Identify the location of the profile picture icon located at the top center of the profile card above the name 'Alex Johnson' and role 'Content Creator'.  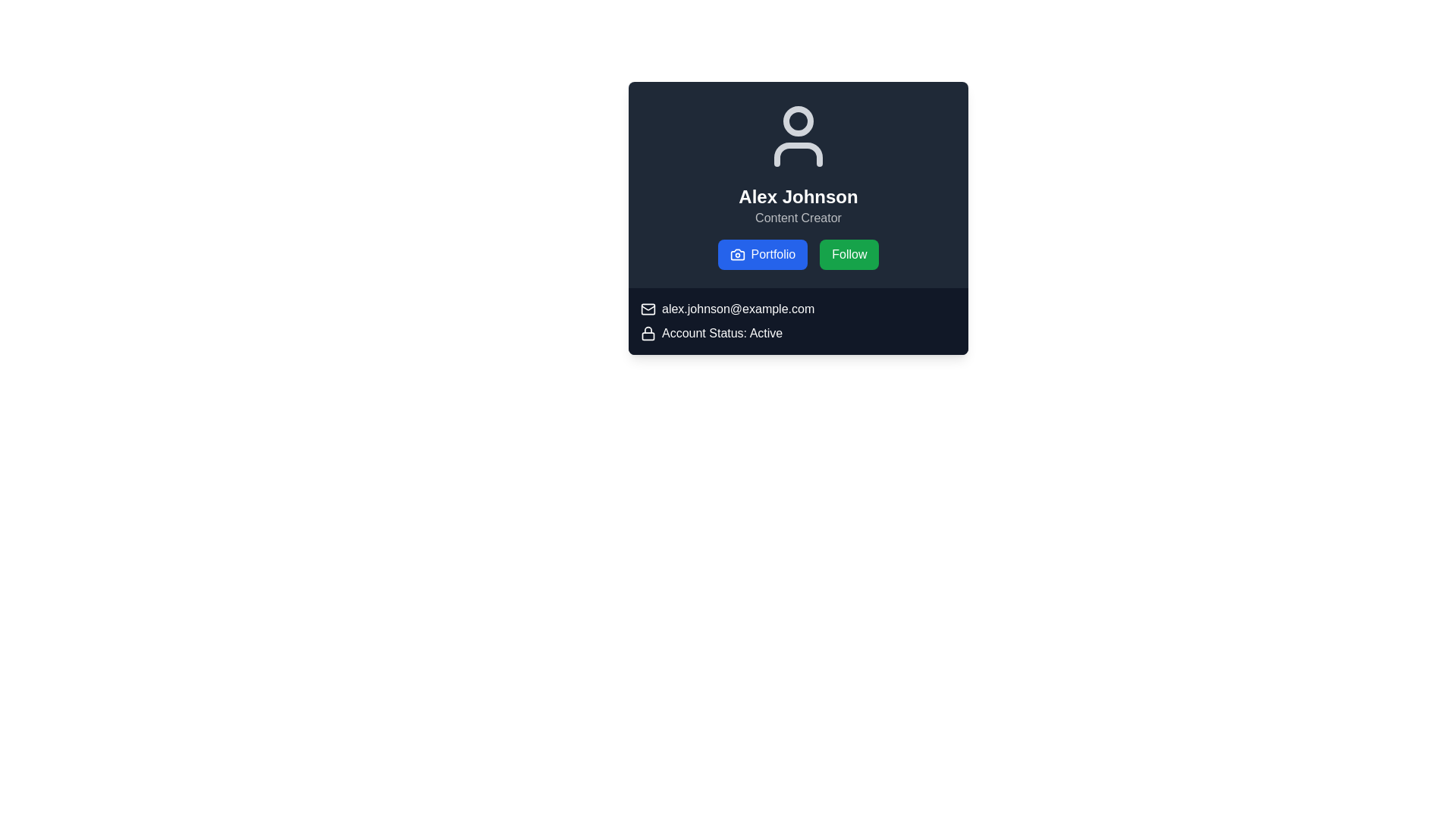
(797, 136).